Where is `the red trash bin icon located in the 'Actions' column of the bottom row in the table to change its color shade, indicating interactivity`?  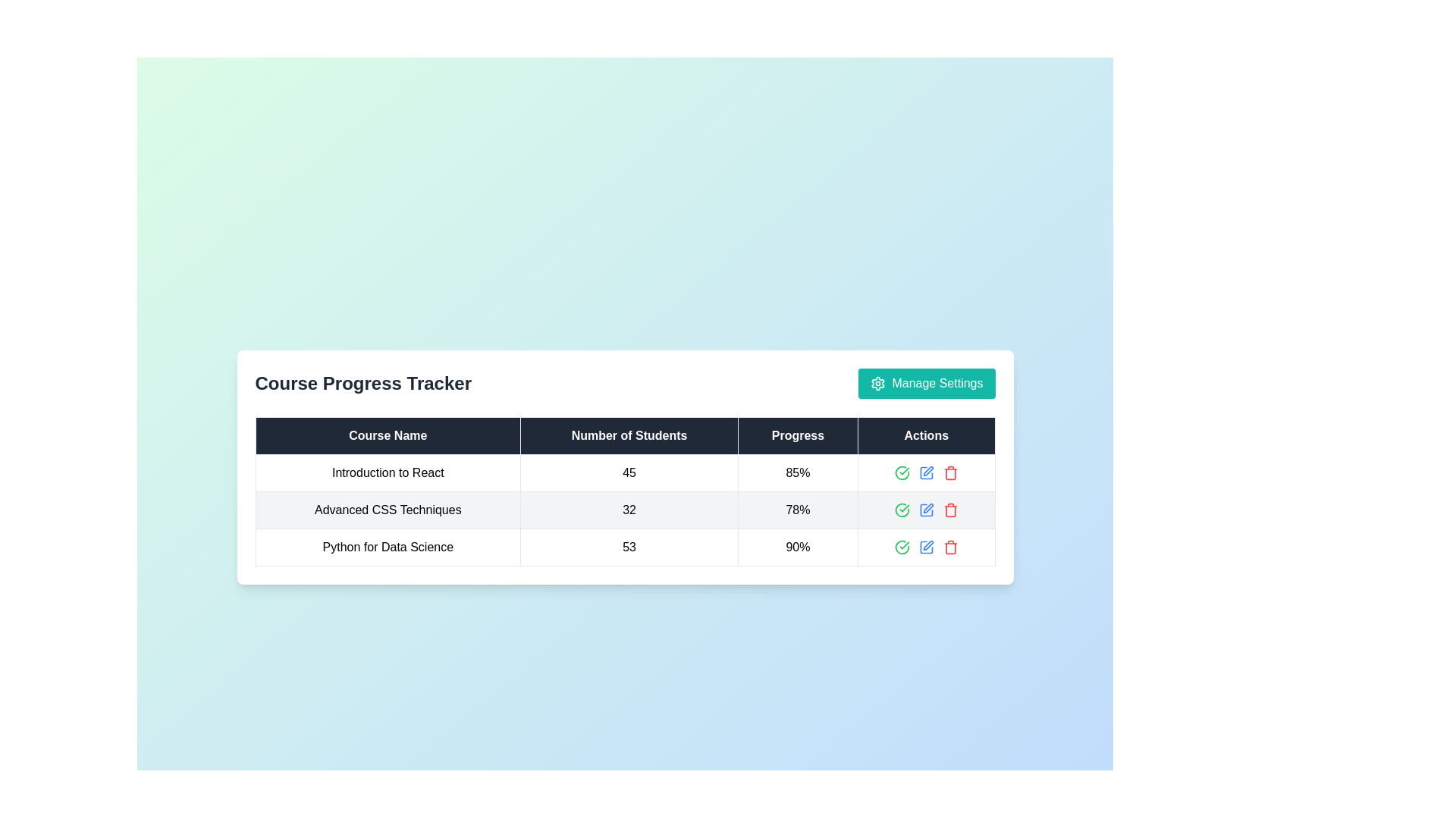
the red trash bin icon located in the 'Actions' column of the bottom row in the table to change its color shade, indicating interactivity is located at coordinates (949, 547).